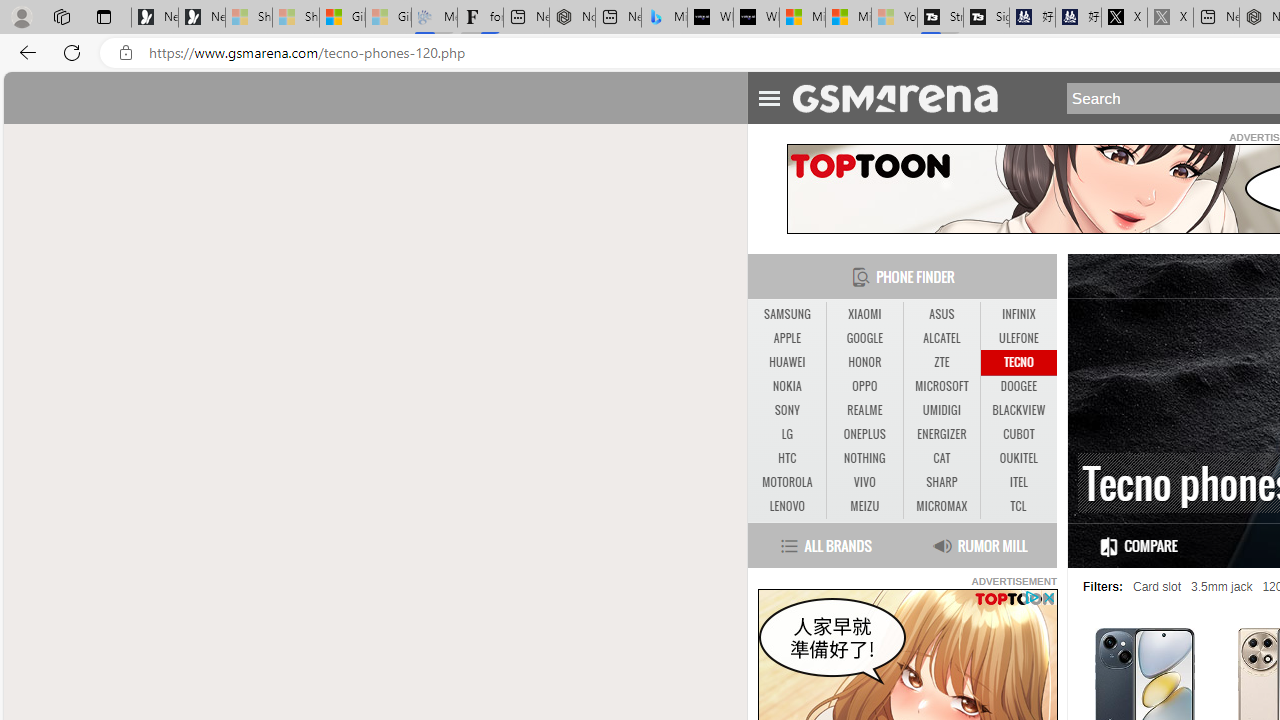 The height and width of the screenshot is (720, 1280). What do you see at coordinates (940, 337) in the screenshot?
I see `'ALCATEL'` at bounding box center [940, 337].